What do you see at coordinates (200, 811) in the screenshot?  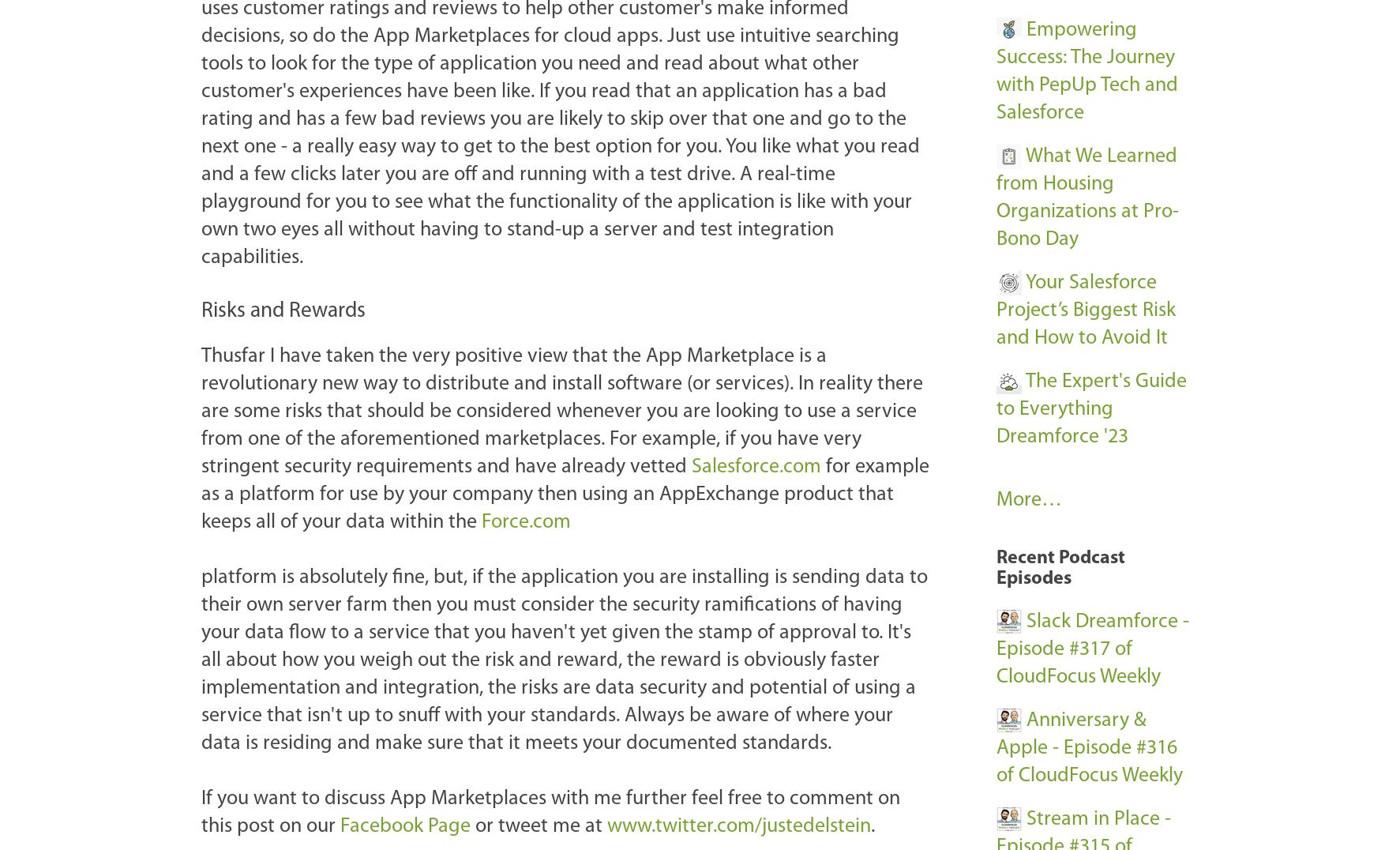 I see `'If you want to discuss App Marketplaces with me further feel free to comment on this post on our'` at bounding box center [200, 811].